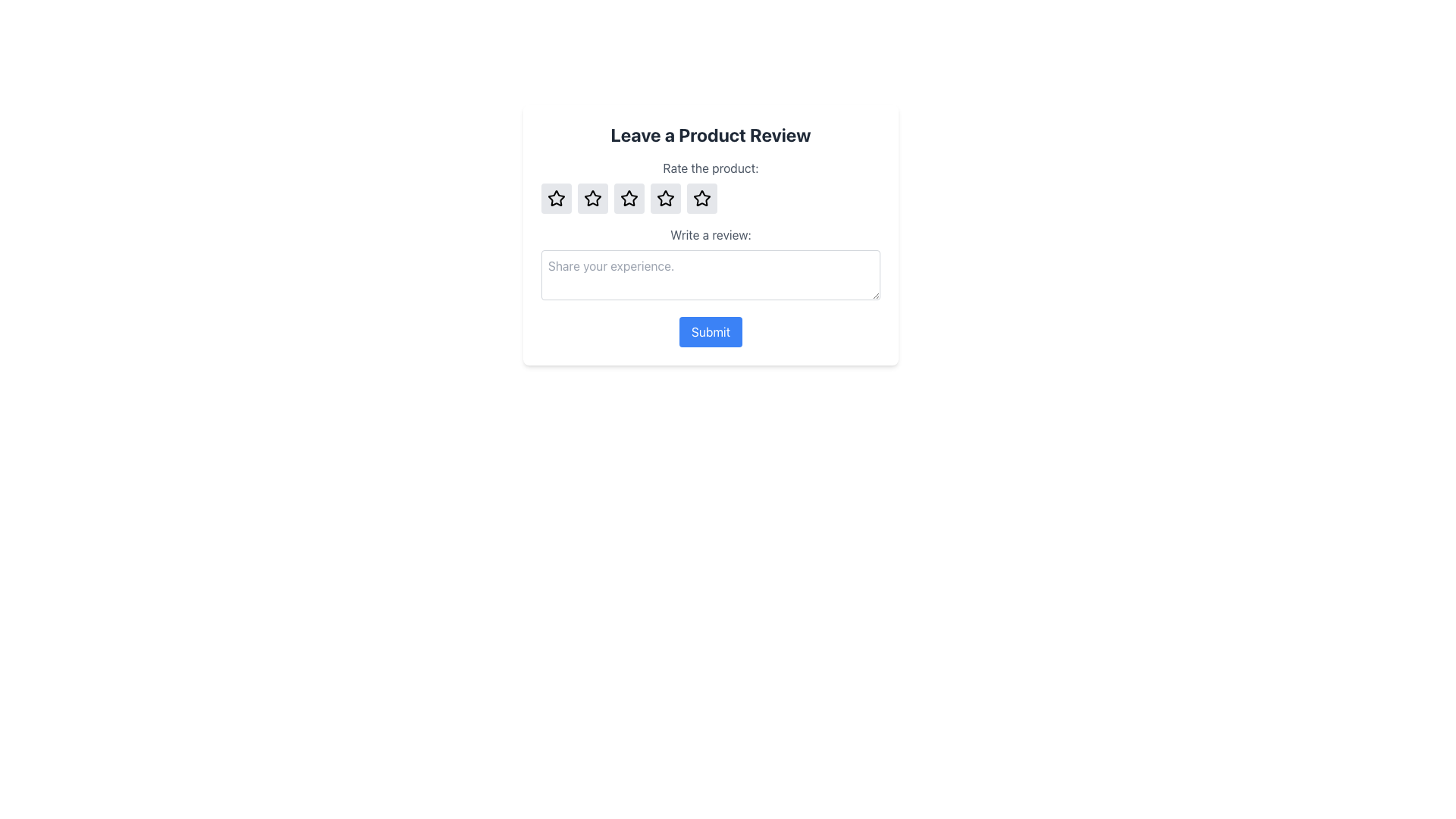 Image resolution: width=1456 pixels, height=819 pixels. What do you see at coordinates (592, 198) in the screenshot?
I see `the third star-shaped button in the 'Rate the product' section of the 'Leave a Product Review' form` at bounding box center [592, 198].